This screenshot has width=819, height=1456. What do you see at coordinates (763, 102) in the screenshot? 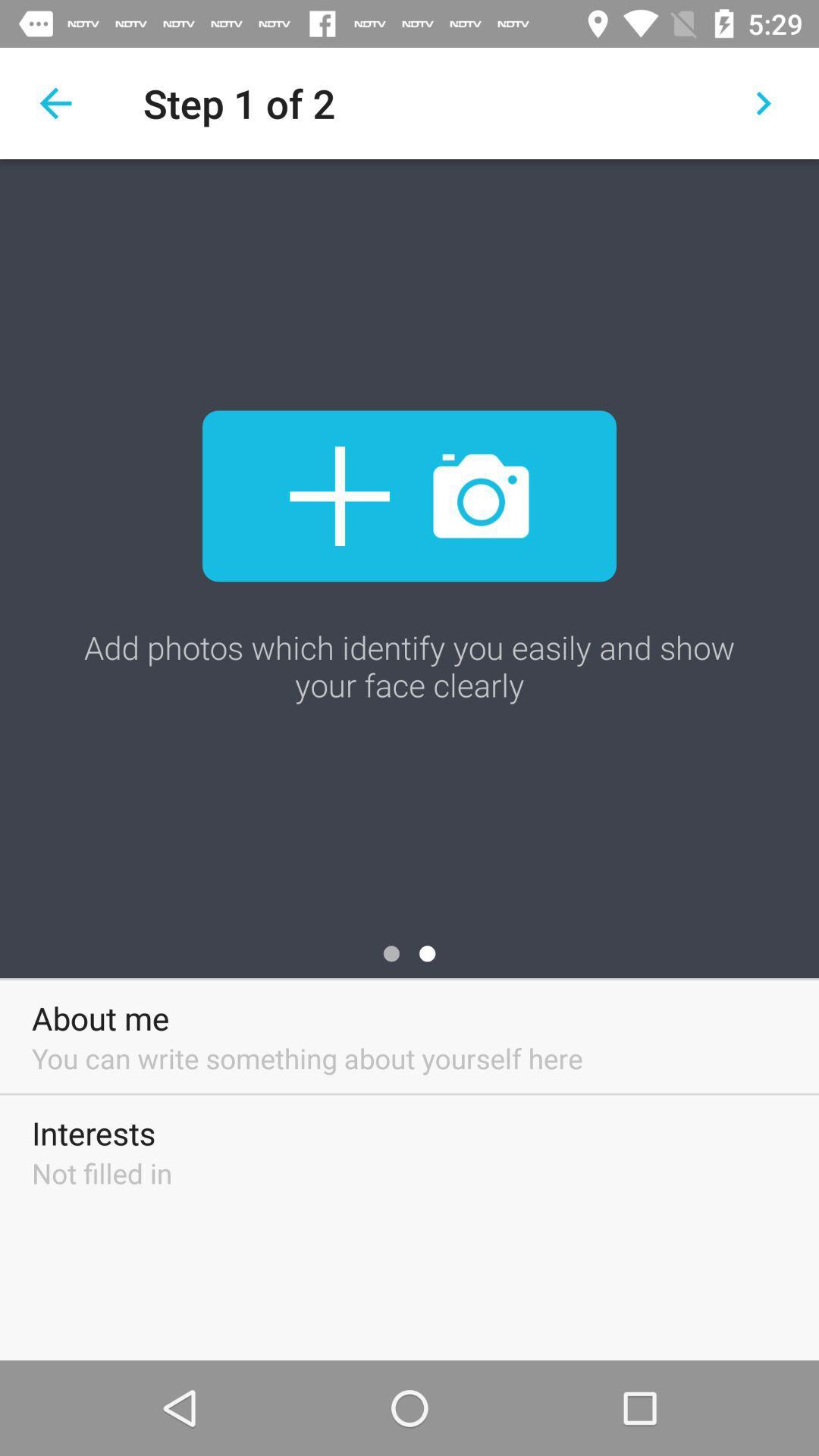
I see `the icon above the add photos which icon` at bounding box center [763, 102].